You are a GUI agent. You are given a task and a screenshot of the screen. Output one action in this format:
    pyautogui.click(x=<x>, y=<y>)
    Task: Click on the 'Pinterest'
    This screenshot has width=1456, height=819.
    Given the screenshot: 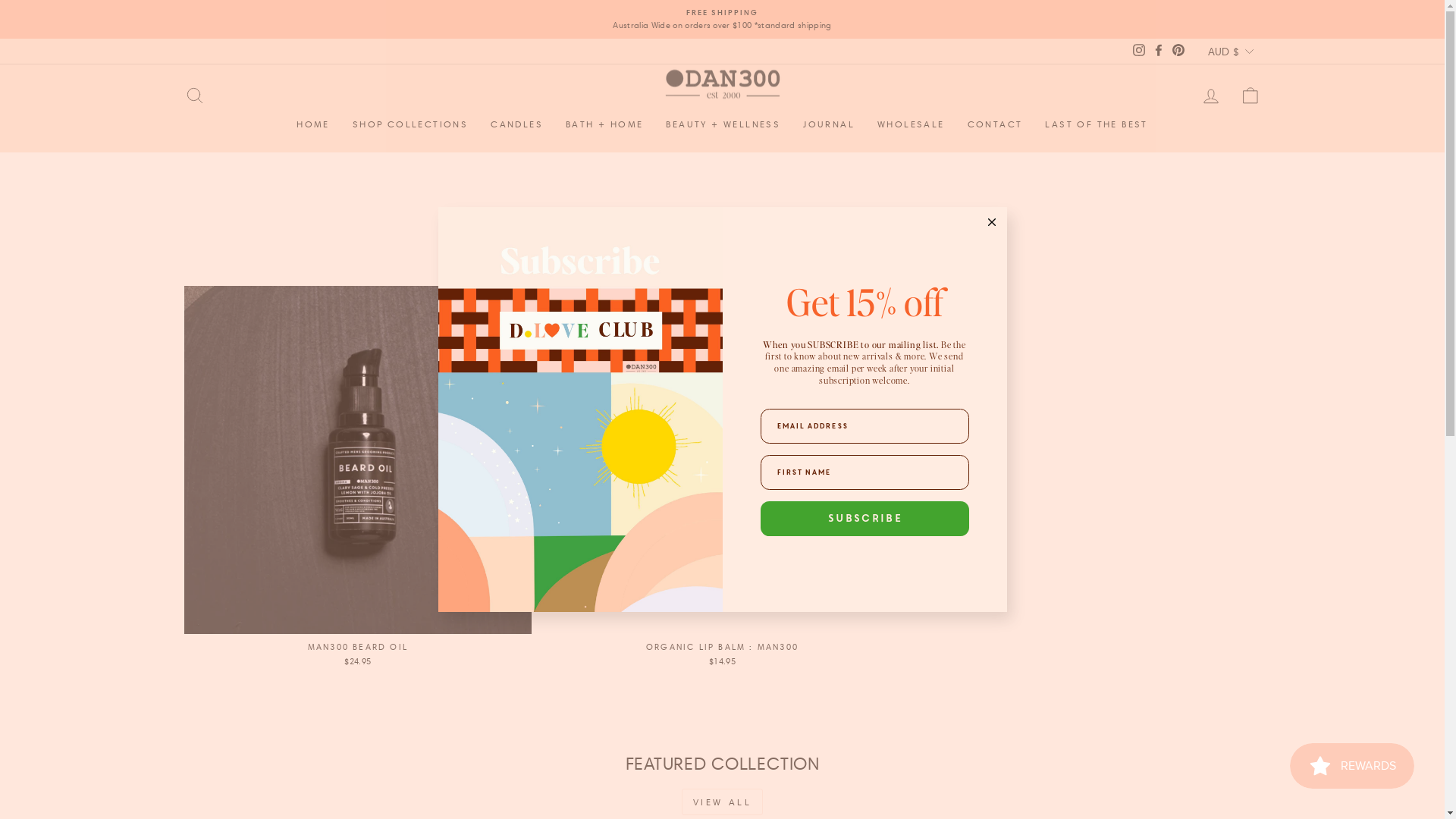 What is the action you would take?
    pyautogui.click(x=1167, y=50)
    